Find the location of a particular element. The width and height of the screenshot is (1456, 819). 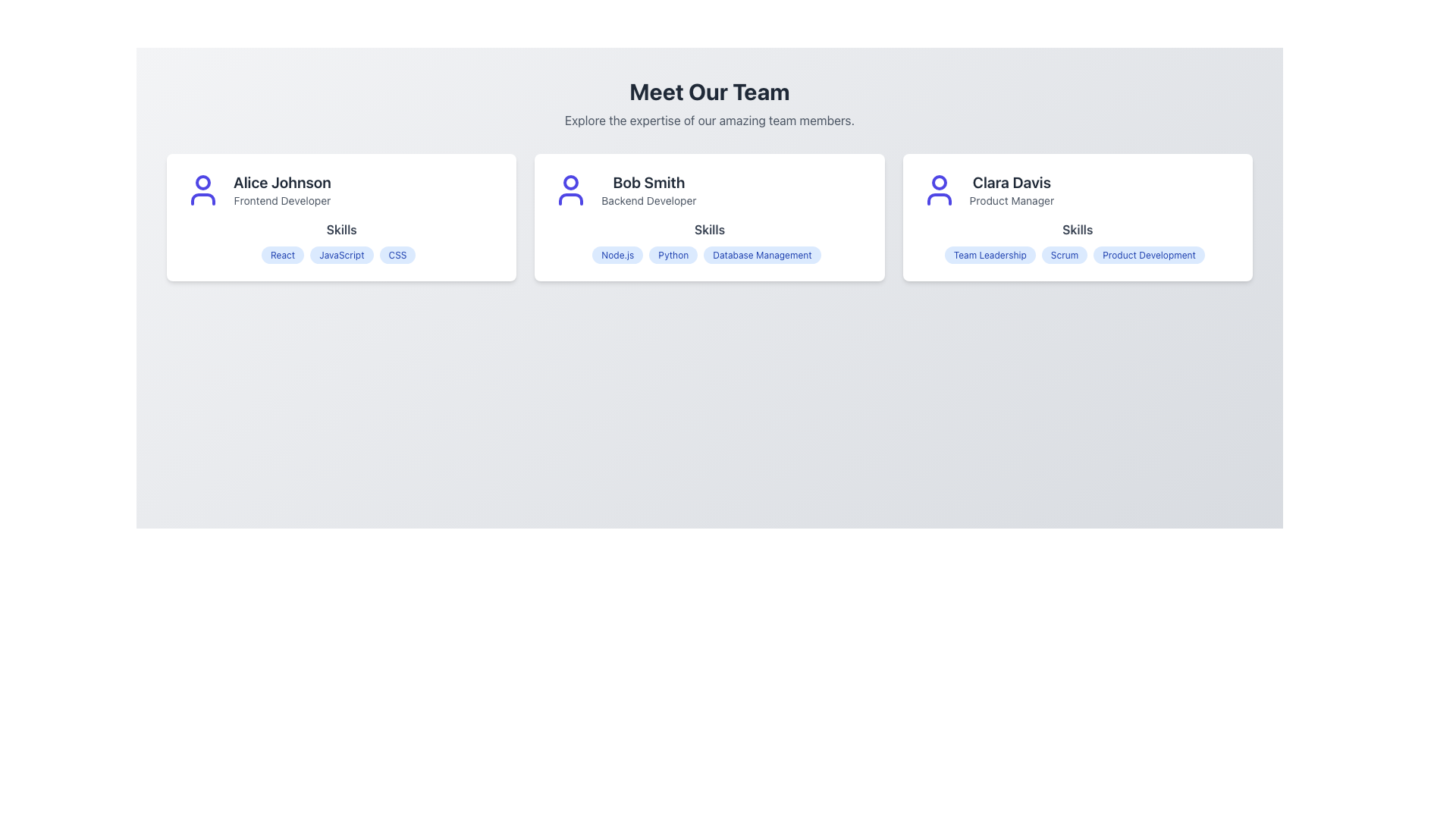

the Circle graphical element in the avatar icon for Clara Davis, a Product Manager, located at the top-left corner of the third card from the left is located at coordinates (938, 181).